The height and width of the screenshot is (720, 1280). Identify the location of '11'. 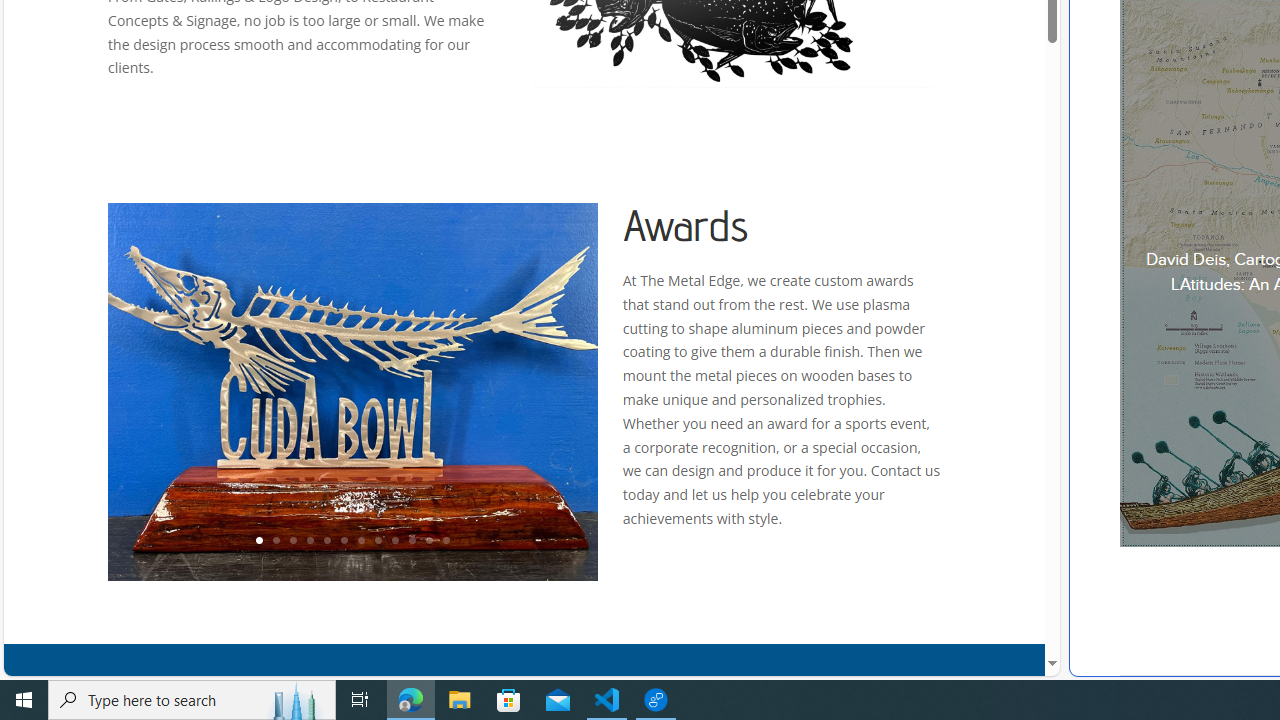
(427, 541).